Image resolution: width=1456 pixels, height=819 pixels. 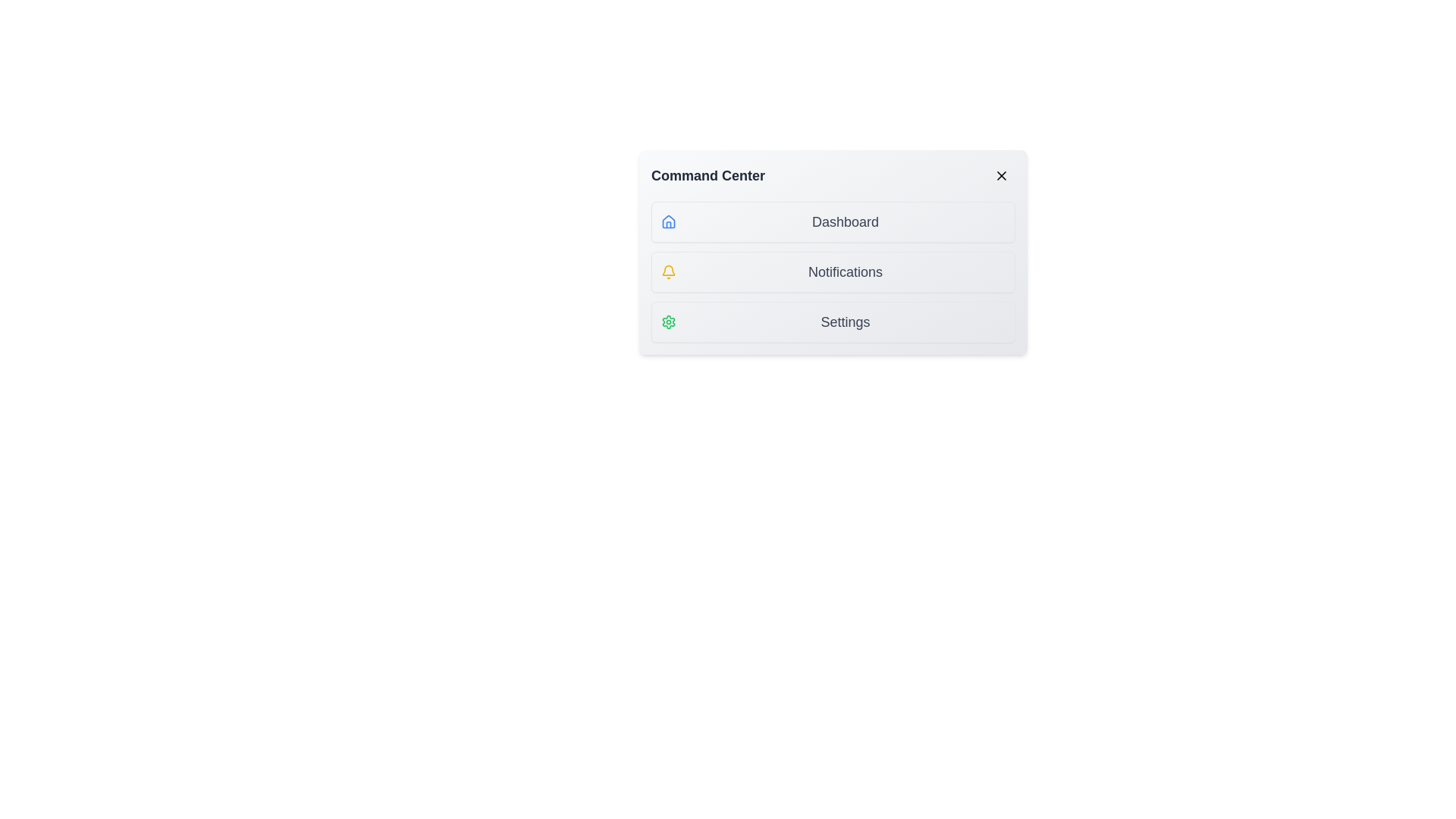 I want to click on the first menu item in the vertically stacked list within the centered dialog box, so click(x=833, y=222).